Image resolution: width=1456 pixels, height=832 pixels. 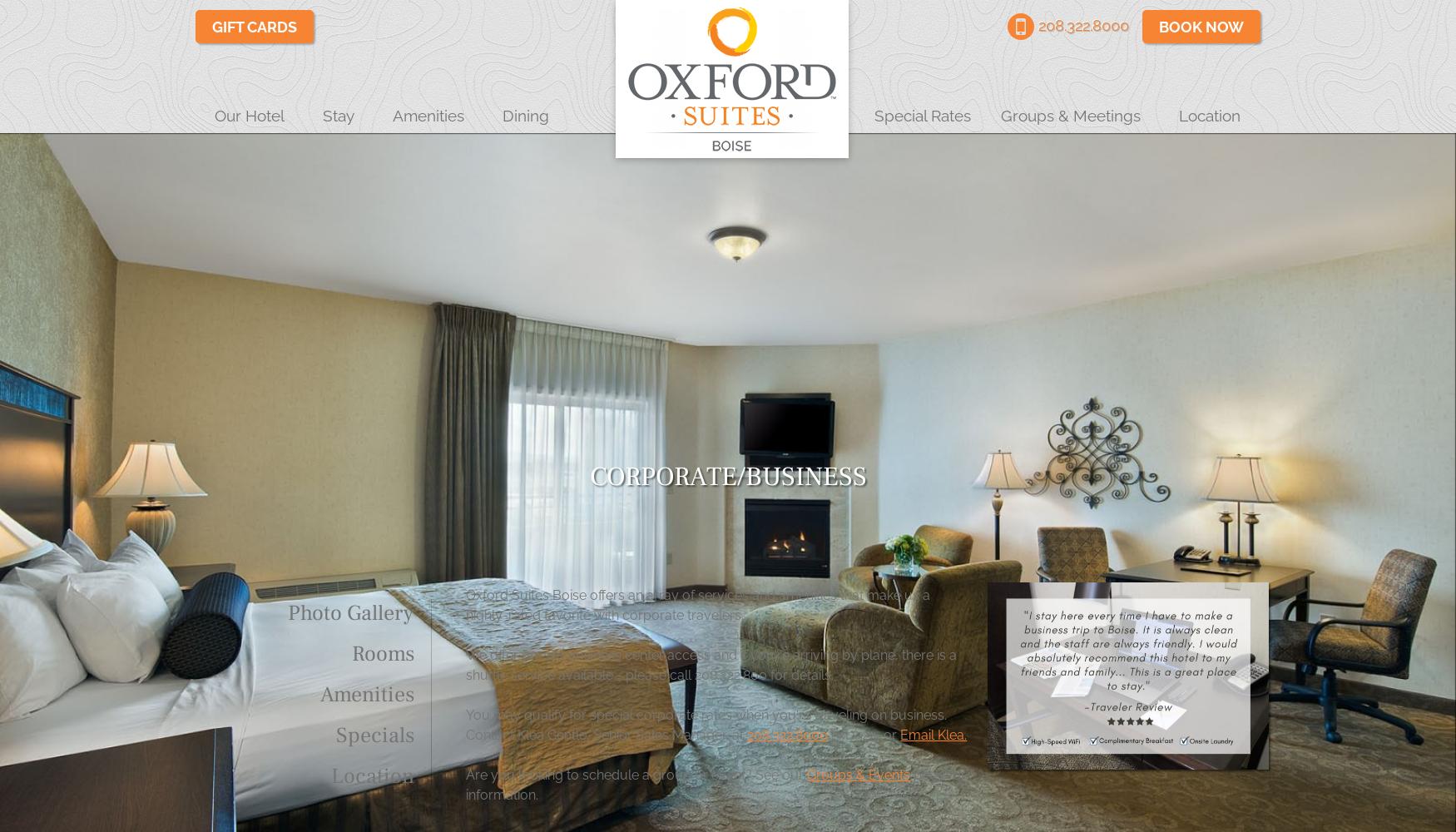 I want to click on 'Oxford Suites Boise offers an array of services and amenities that make us a highly-rated favorite with corporate travelers.', so click(x=697, y=604).